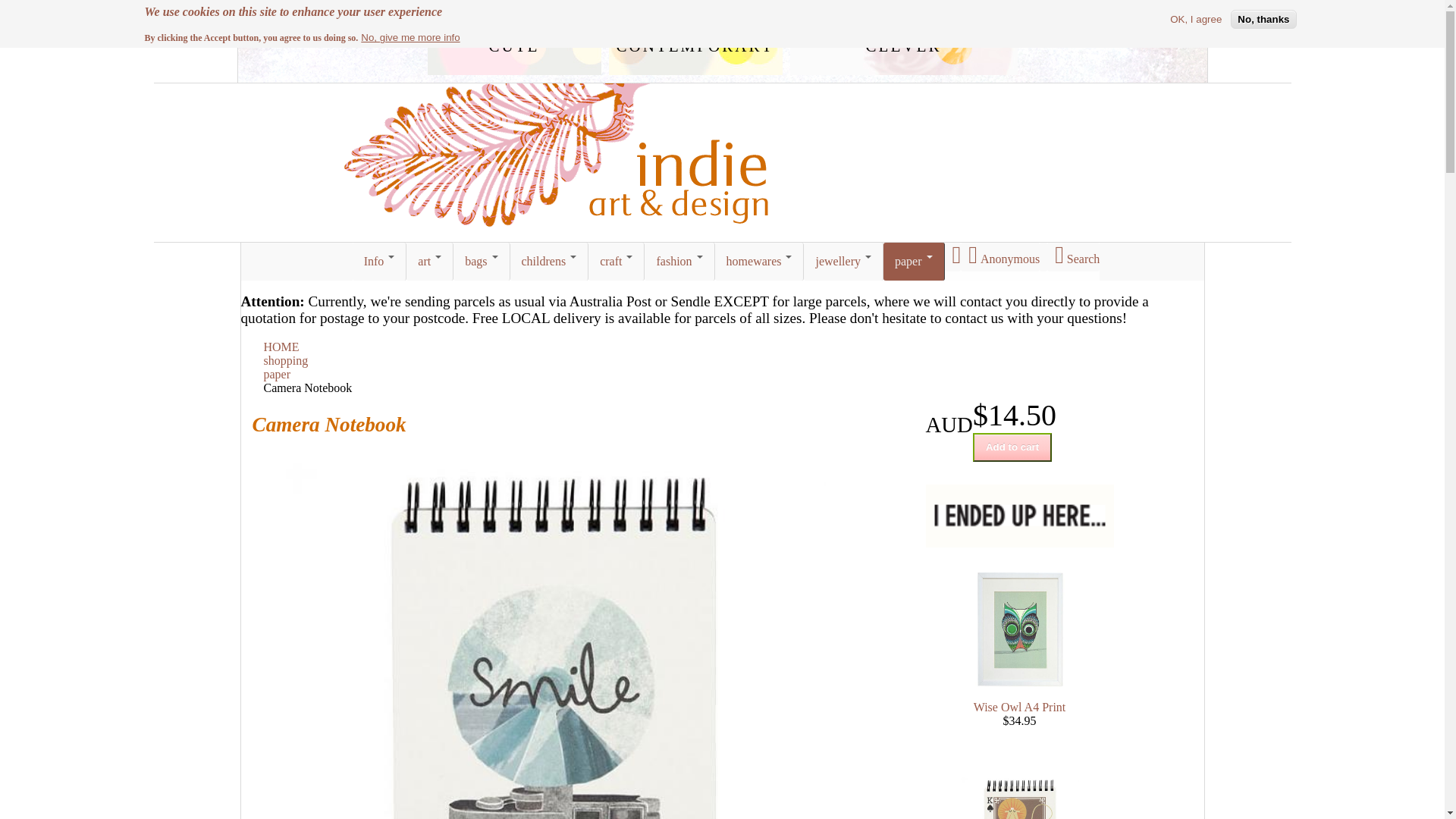 The width and height of the screenshot is (1456, 819). I want to click on 'Search', so click(1072, 256).